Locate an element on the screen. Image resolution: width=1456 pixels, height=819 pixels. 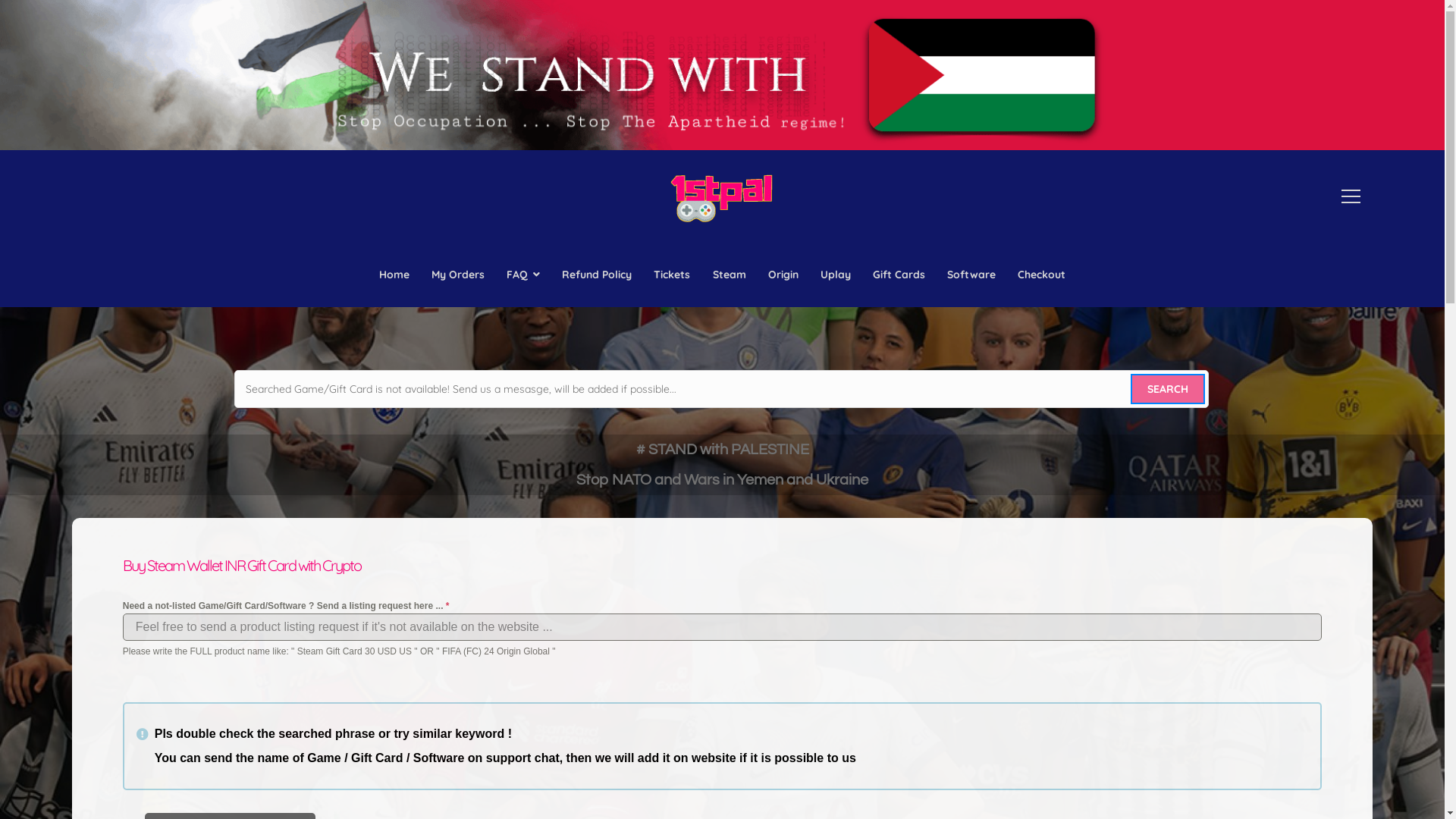
'Steam' is located at coordinates (729, 275).